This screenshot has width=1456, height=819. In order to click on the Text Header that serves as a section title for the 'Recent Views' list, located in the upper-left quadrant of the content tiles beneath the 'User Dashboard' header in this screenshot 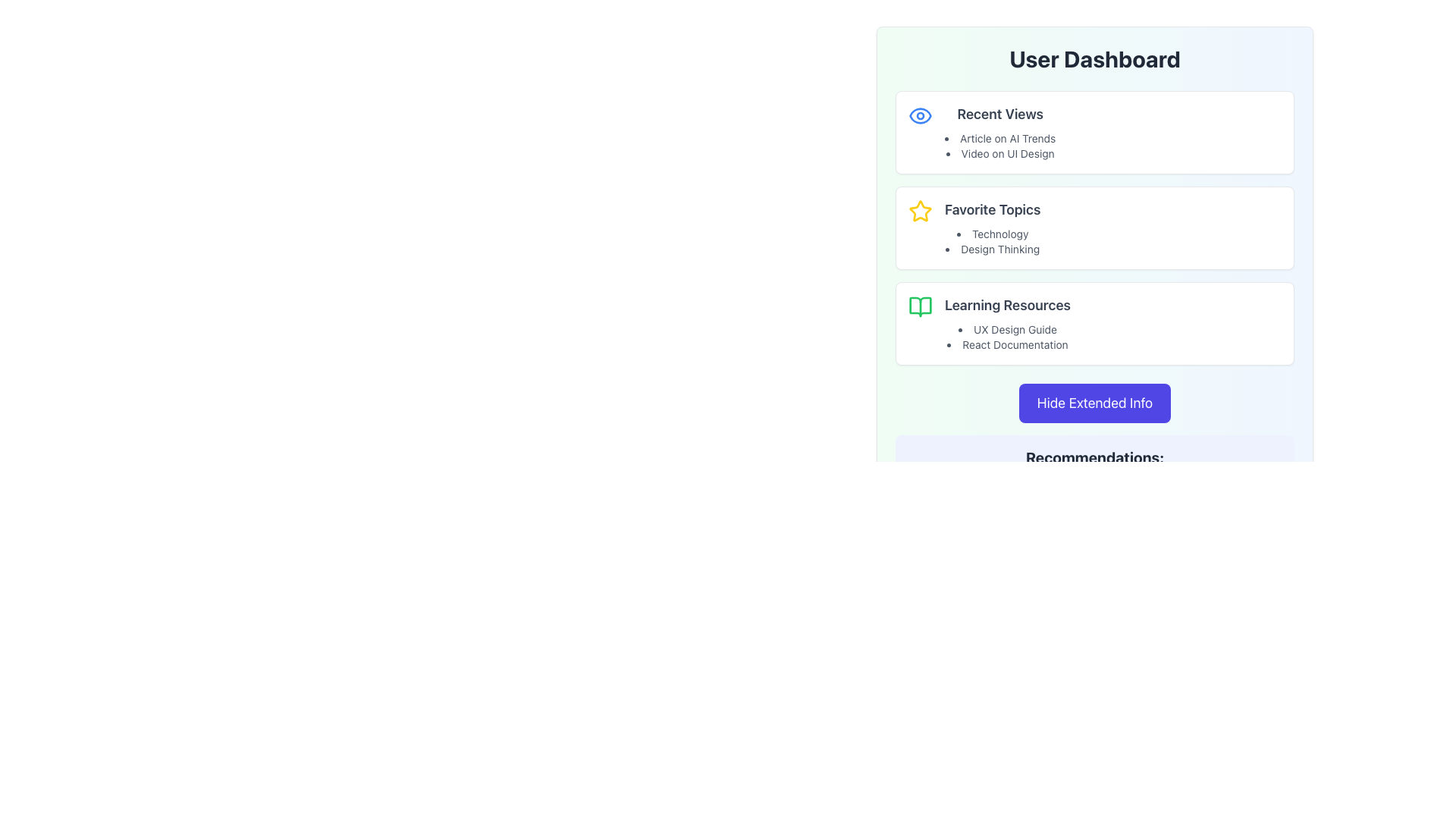, I will do `click(1000, 113)`.